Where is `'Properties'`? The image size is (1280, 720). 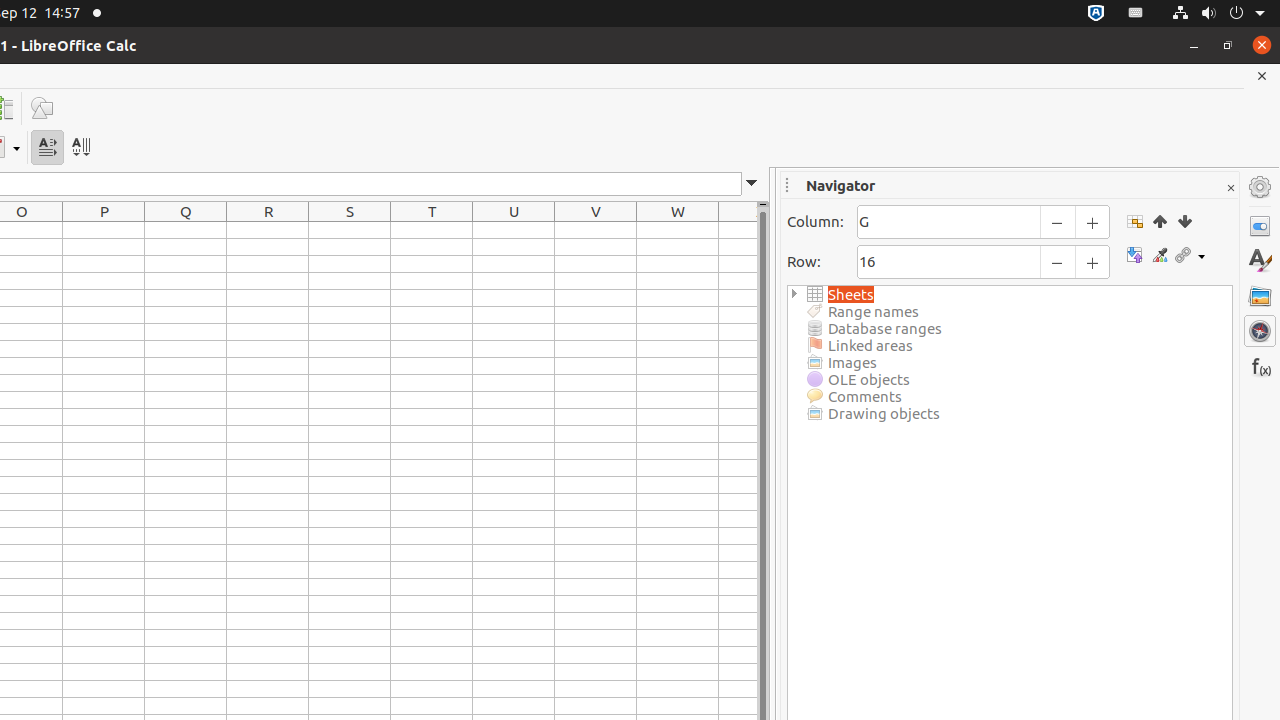
'Properties' is located at coordinates (1259, 225).